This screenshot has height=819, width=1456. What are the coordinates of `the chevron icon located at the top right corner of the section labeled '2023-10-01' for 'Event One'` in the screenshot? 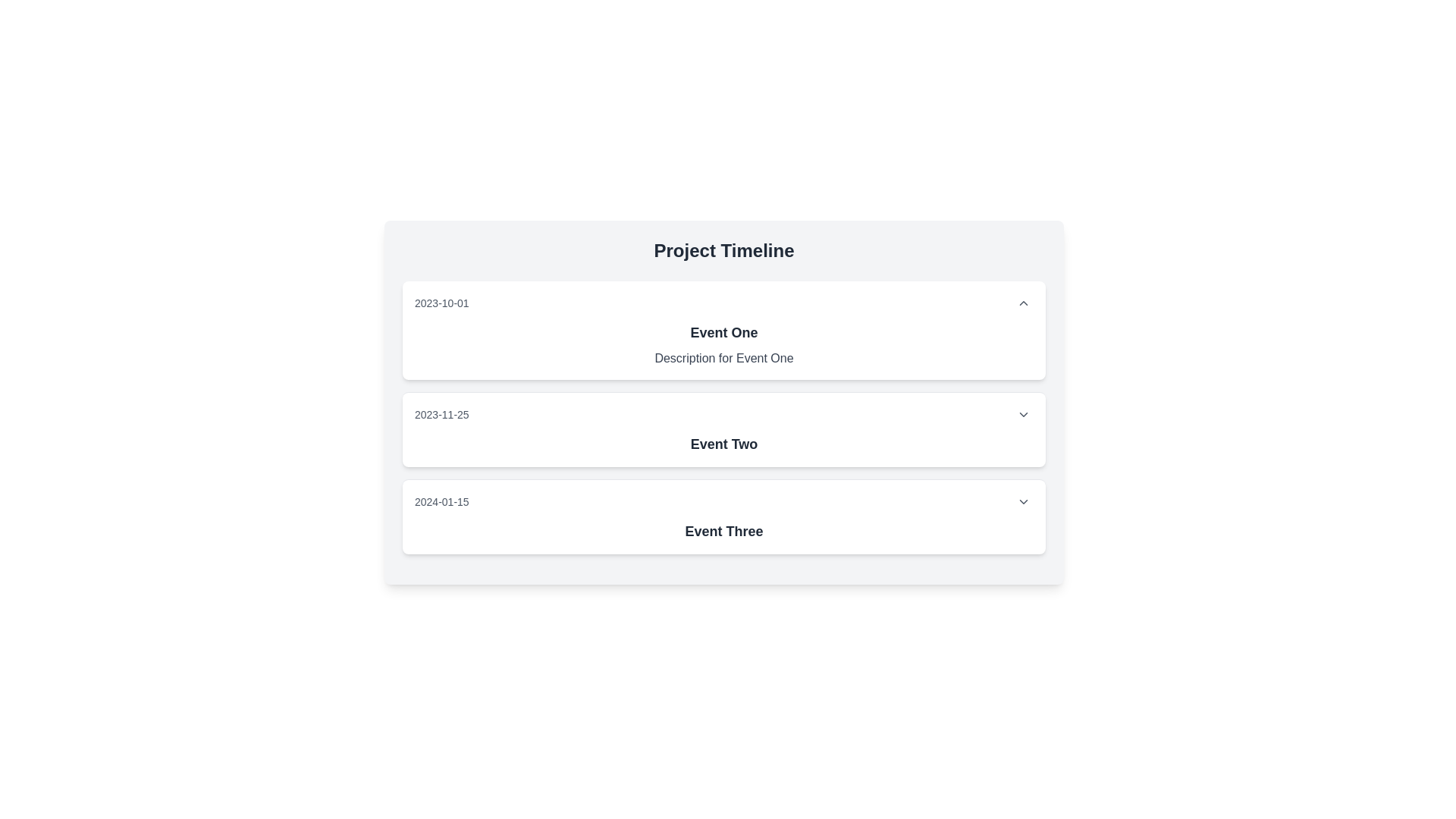 It's located at (1023, 303).